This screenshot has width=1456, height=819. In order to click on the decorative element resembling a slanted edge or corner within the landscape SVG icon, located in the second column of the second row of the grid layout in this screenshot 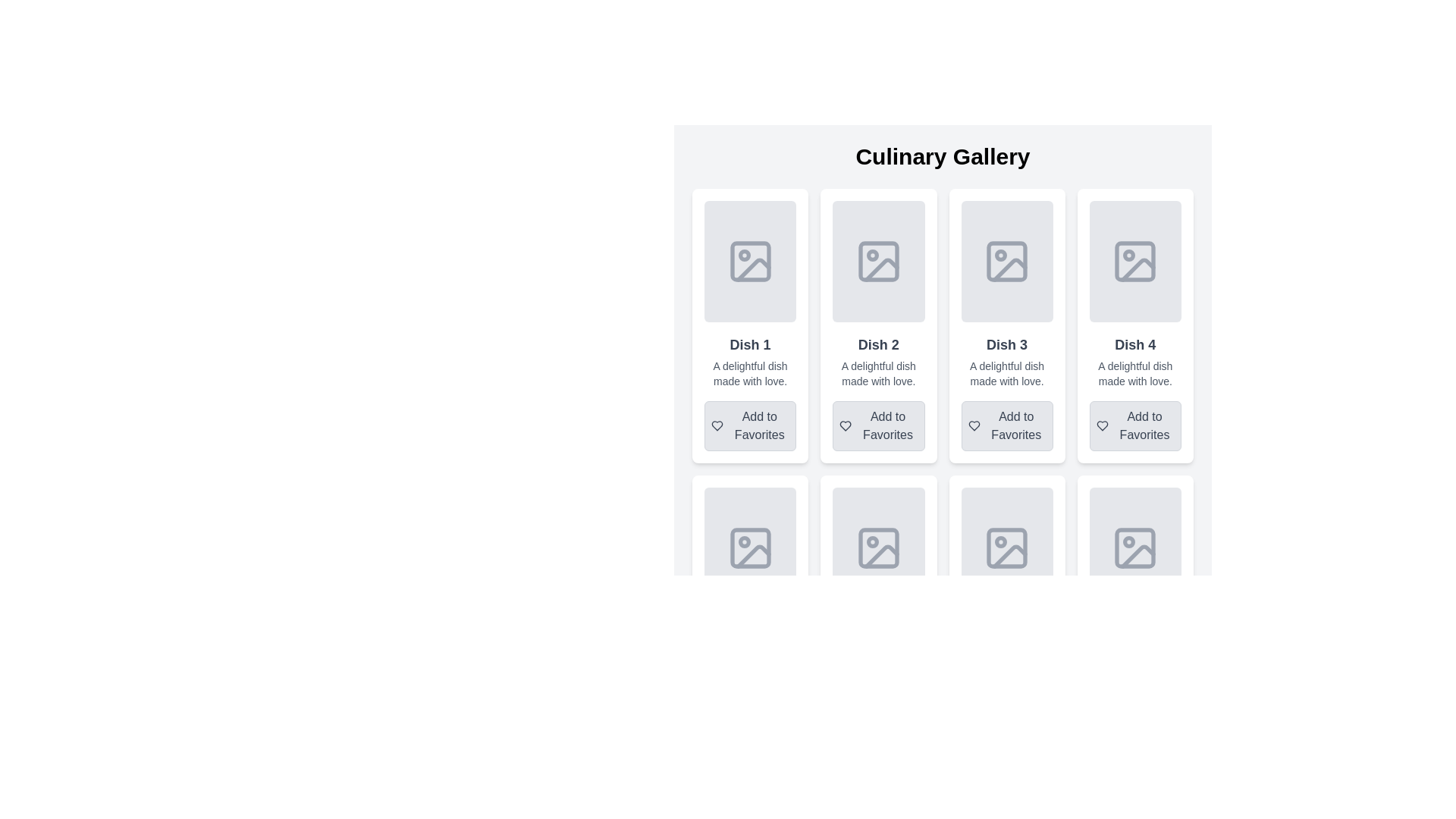, I will do `click(881, 557)`.